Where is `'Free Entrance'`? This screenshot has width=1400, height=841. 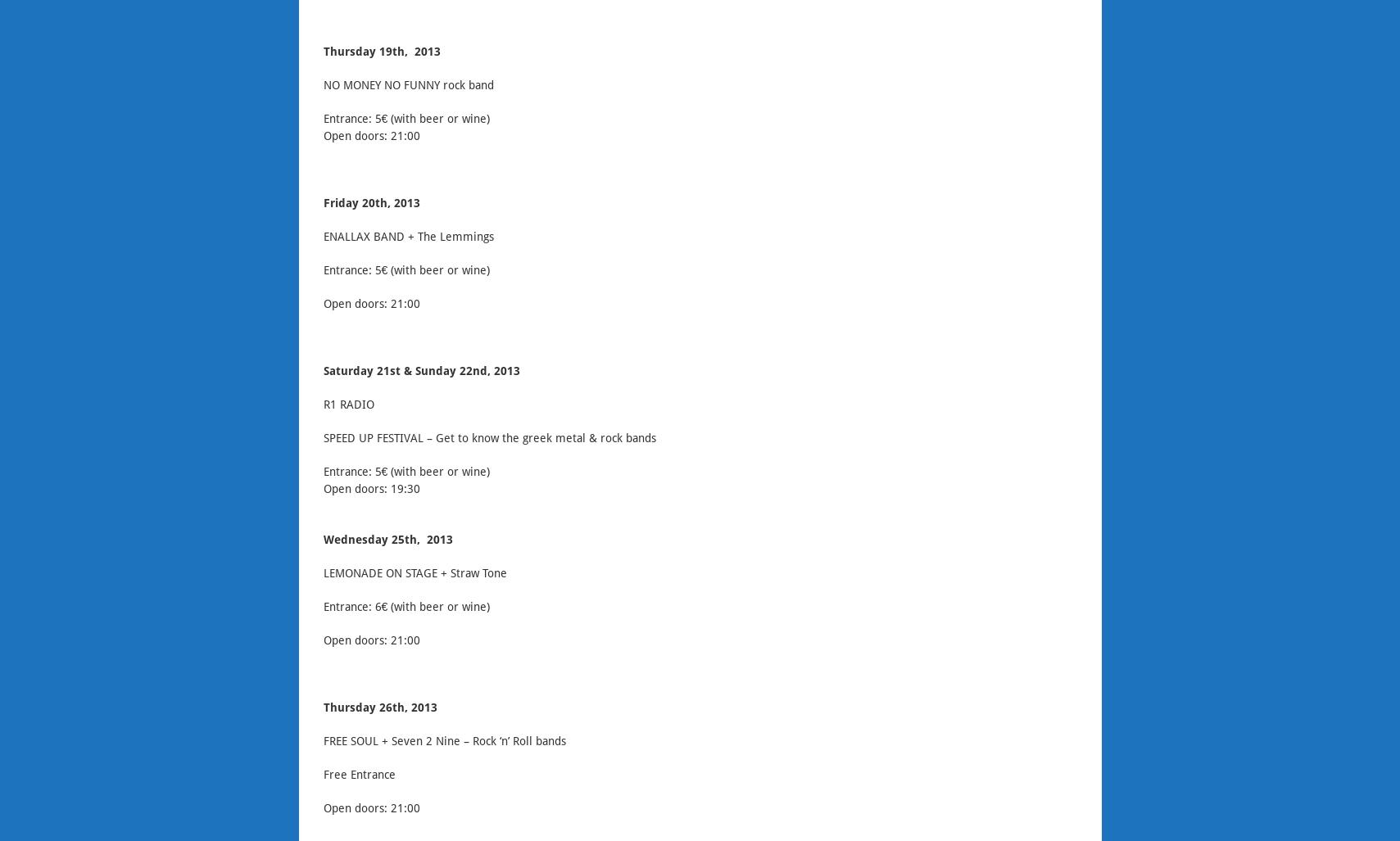 'Free Entrance' is located at coordinates (358, 775).